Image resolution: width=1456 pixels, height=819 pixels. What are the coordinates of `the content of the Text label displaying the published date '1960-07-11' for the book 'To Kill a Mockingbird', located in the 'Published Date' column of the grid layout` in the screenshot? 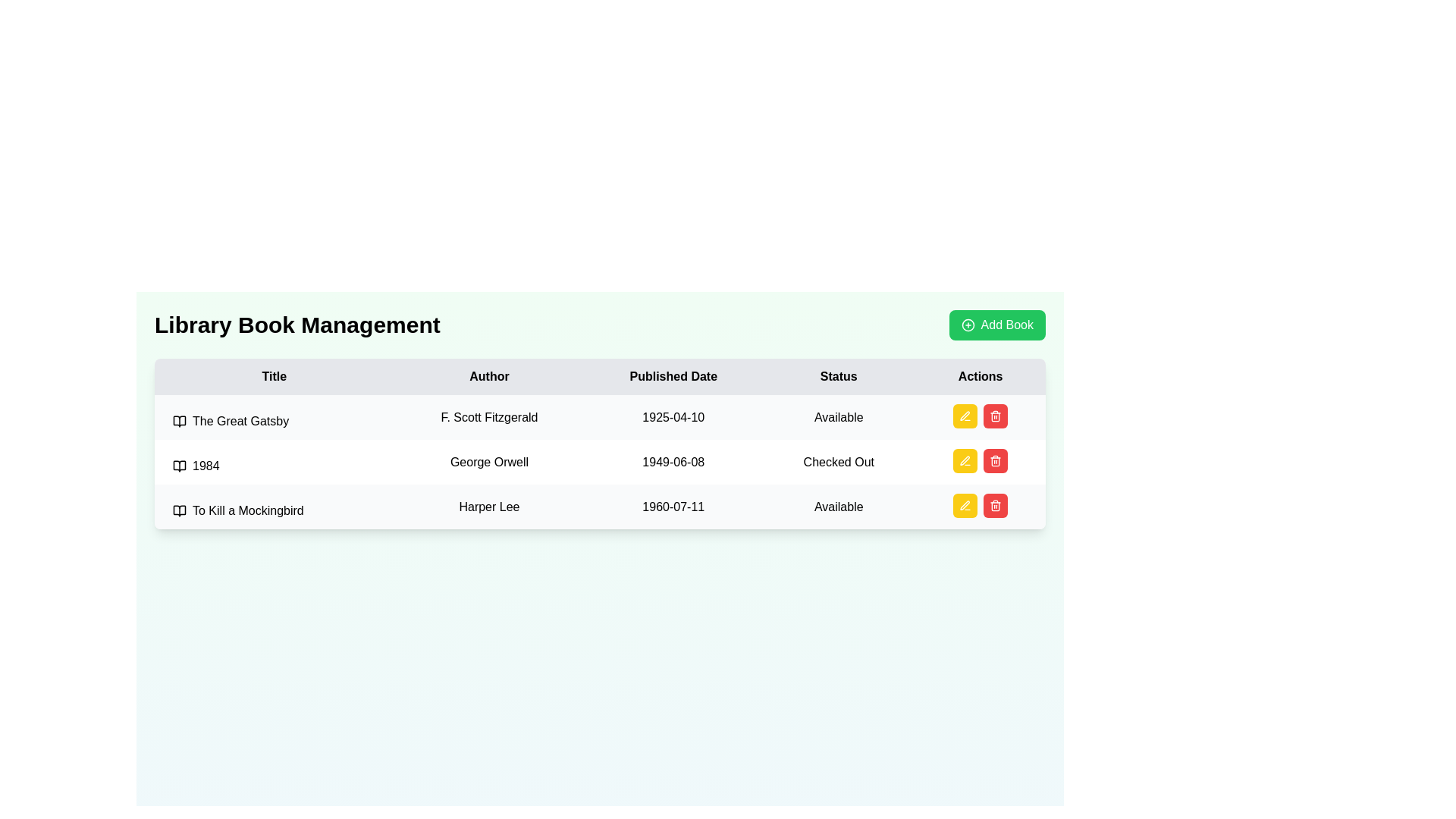 It's located at (673, 507).